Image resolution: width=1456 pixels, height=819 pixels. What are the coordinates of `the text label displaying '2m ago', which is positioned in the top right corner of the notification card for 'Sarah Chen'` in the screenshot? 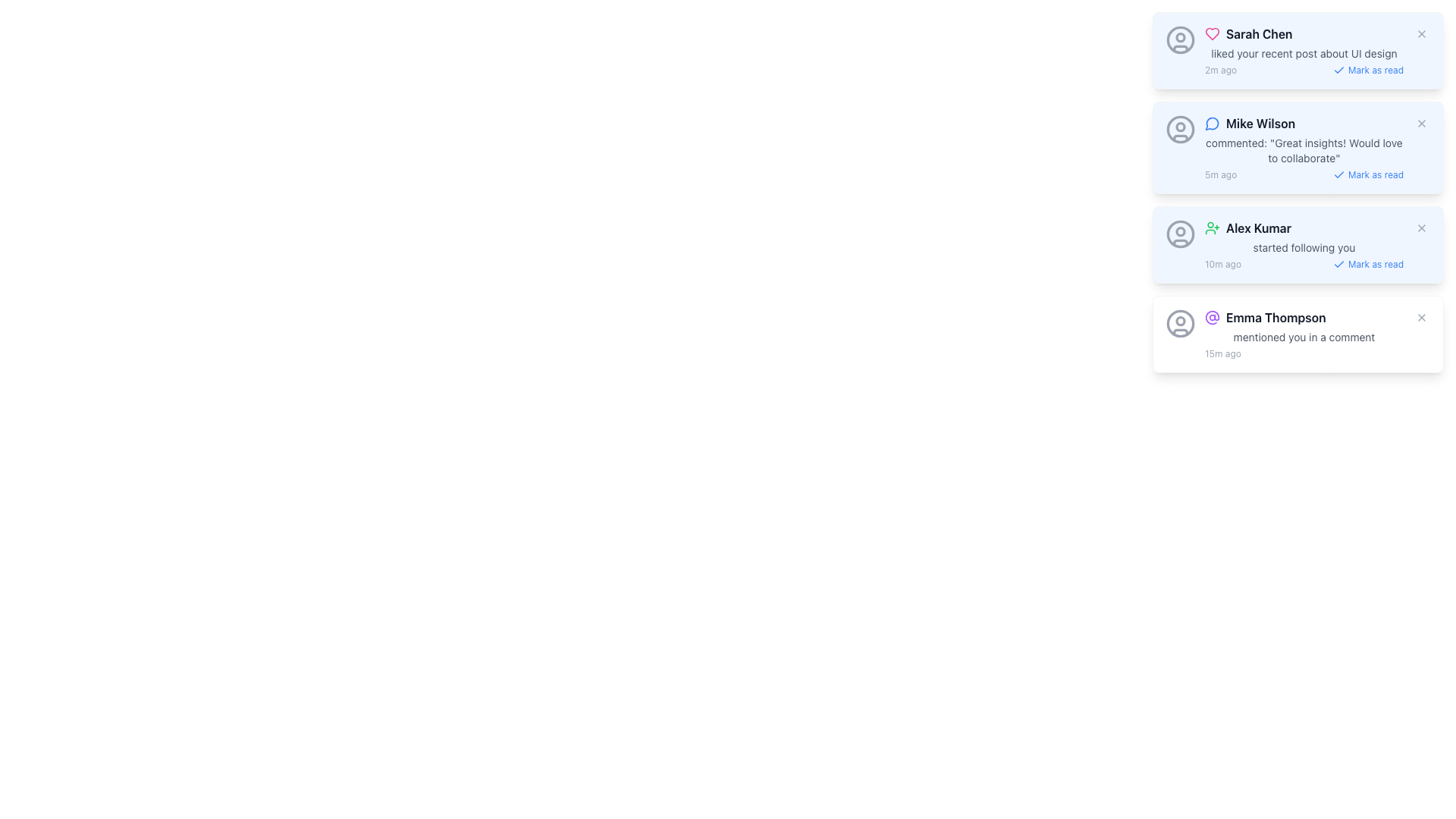 It's located at (1221, 70).